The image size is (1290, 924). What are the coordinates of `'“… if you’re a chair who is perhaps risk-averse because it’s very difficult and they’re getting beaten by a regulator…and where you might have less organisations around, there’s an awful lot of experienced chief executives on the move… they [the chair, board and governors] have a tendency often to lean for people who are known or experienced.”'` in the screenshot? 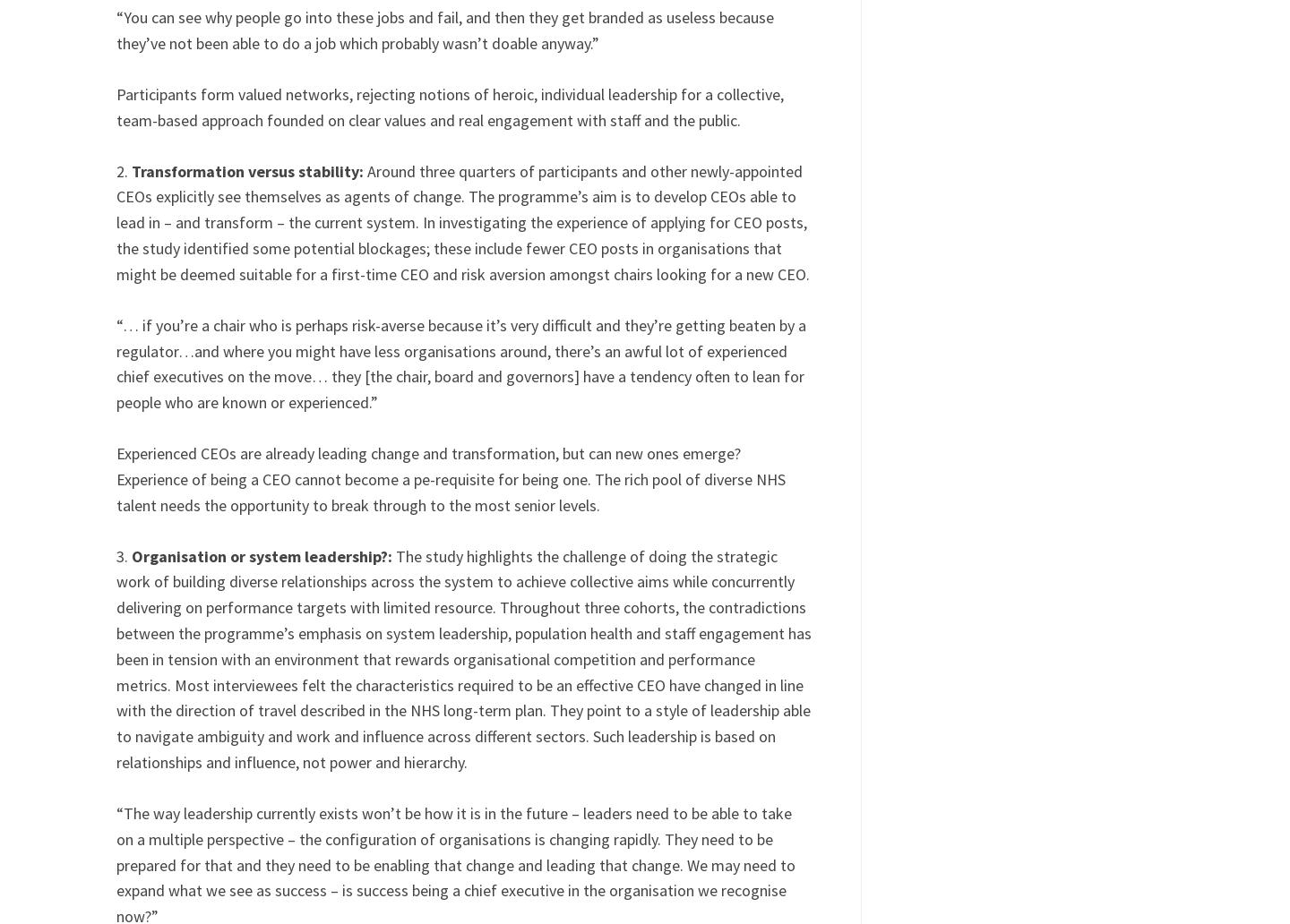 It's located at (116, 362).